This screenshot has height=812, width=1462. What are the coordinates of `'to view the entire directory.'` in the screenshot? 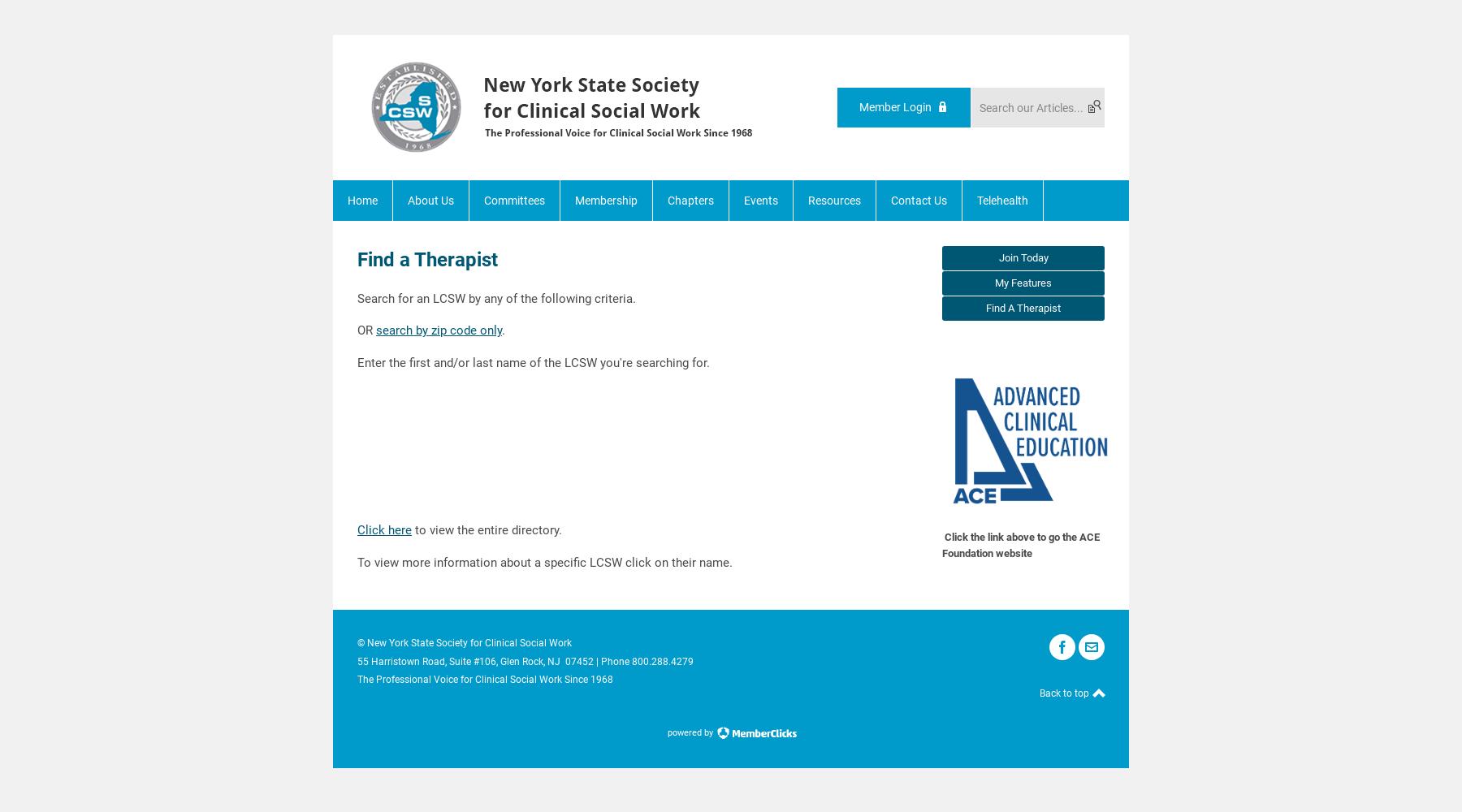 It's located at (487, 530).